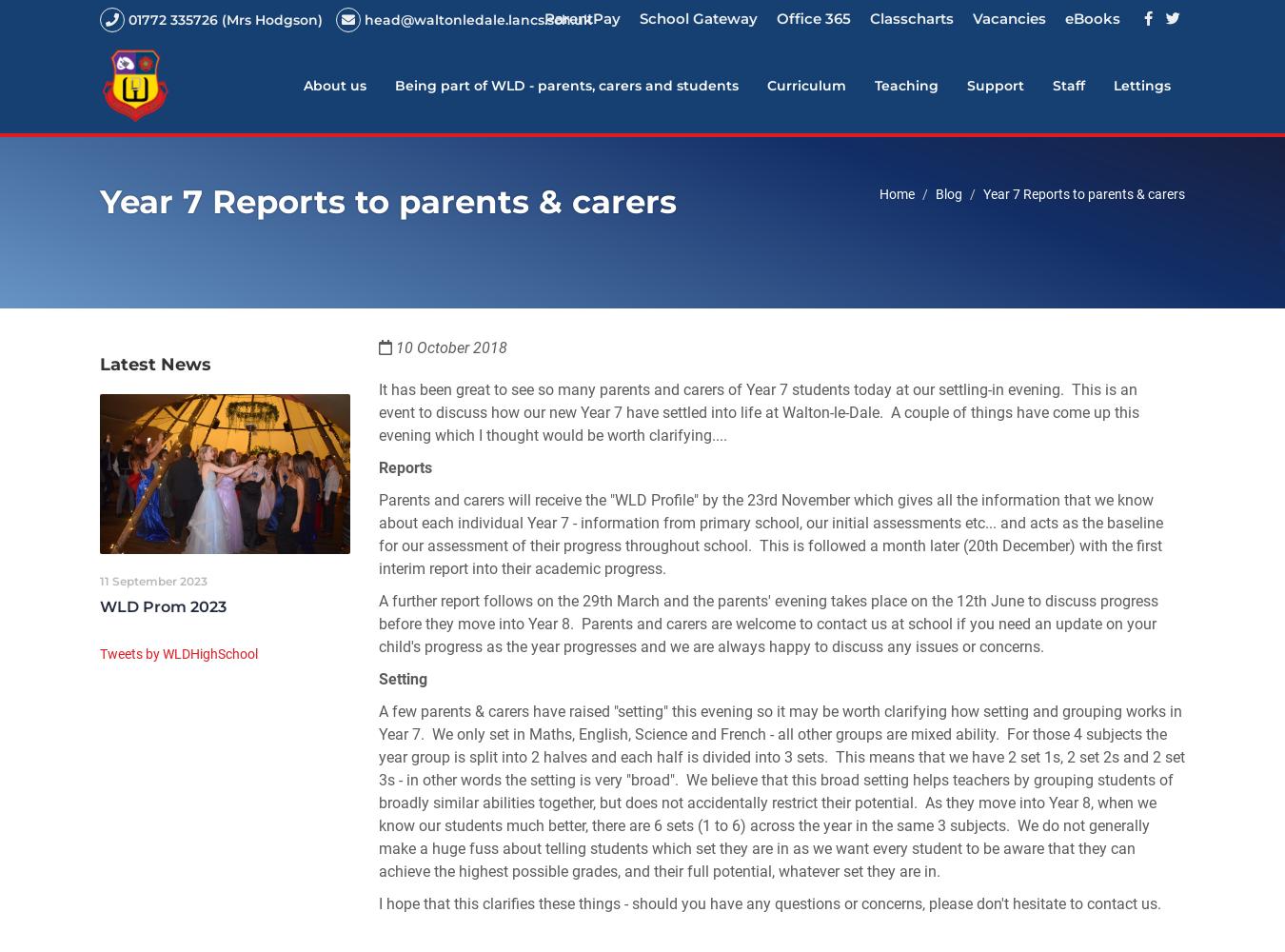 Image resolution: width=1285 pixels, height=952 pixels. Describe the element at coordinates (155, 365) in the screenshot. I see `'Latest News'` at that location.